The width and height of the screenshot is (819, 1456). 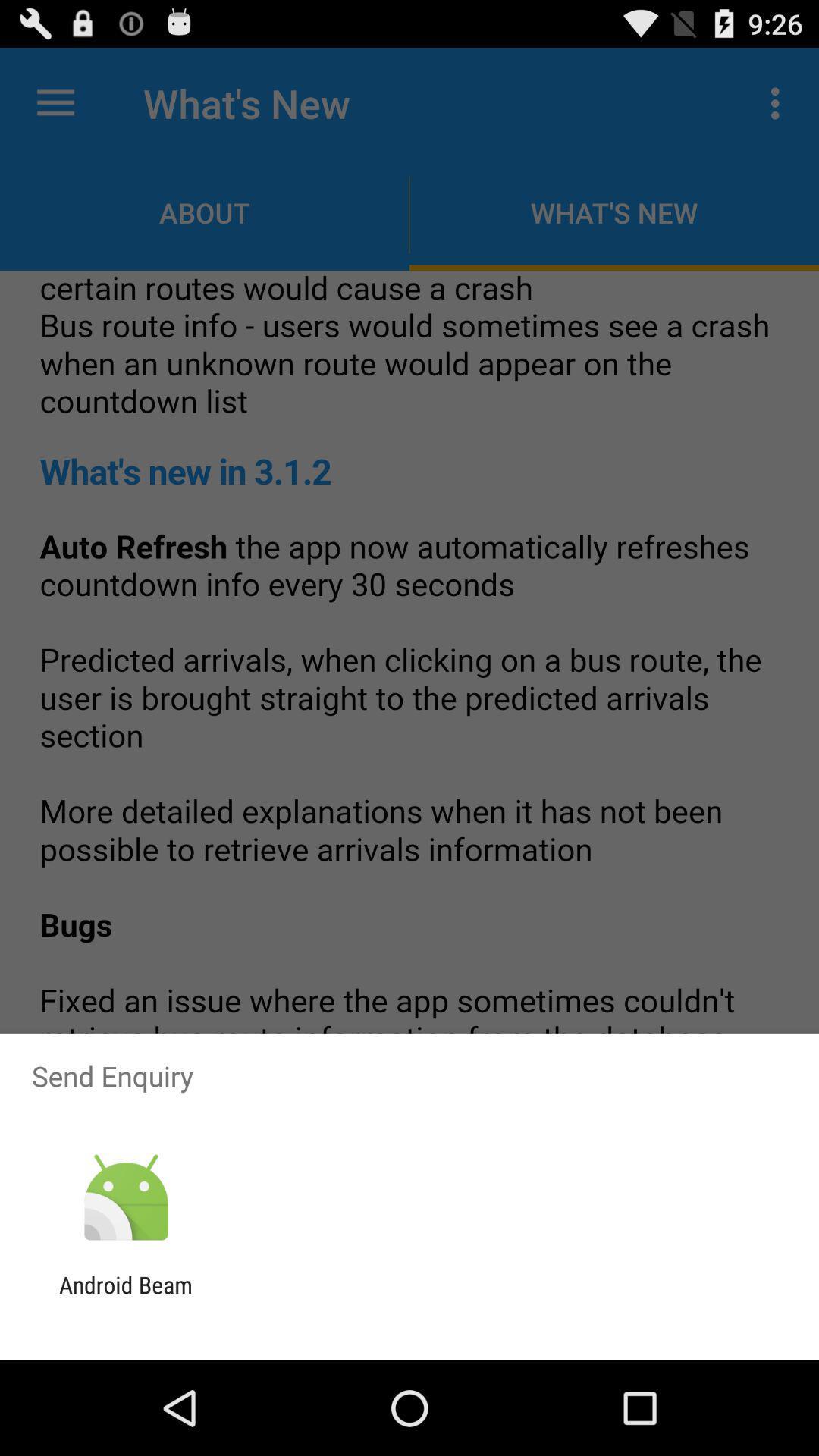 What do you see at coordinates (125, 1197) in the screenshot?
I see `item below the send enquiry icon` at bounding box center [125, 1197].